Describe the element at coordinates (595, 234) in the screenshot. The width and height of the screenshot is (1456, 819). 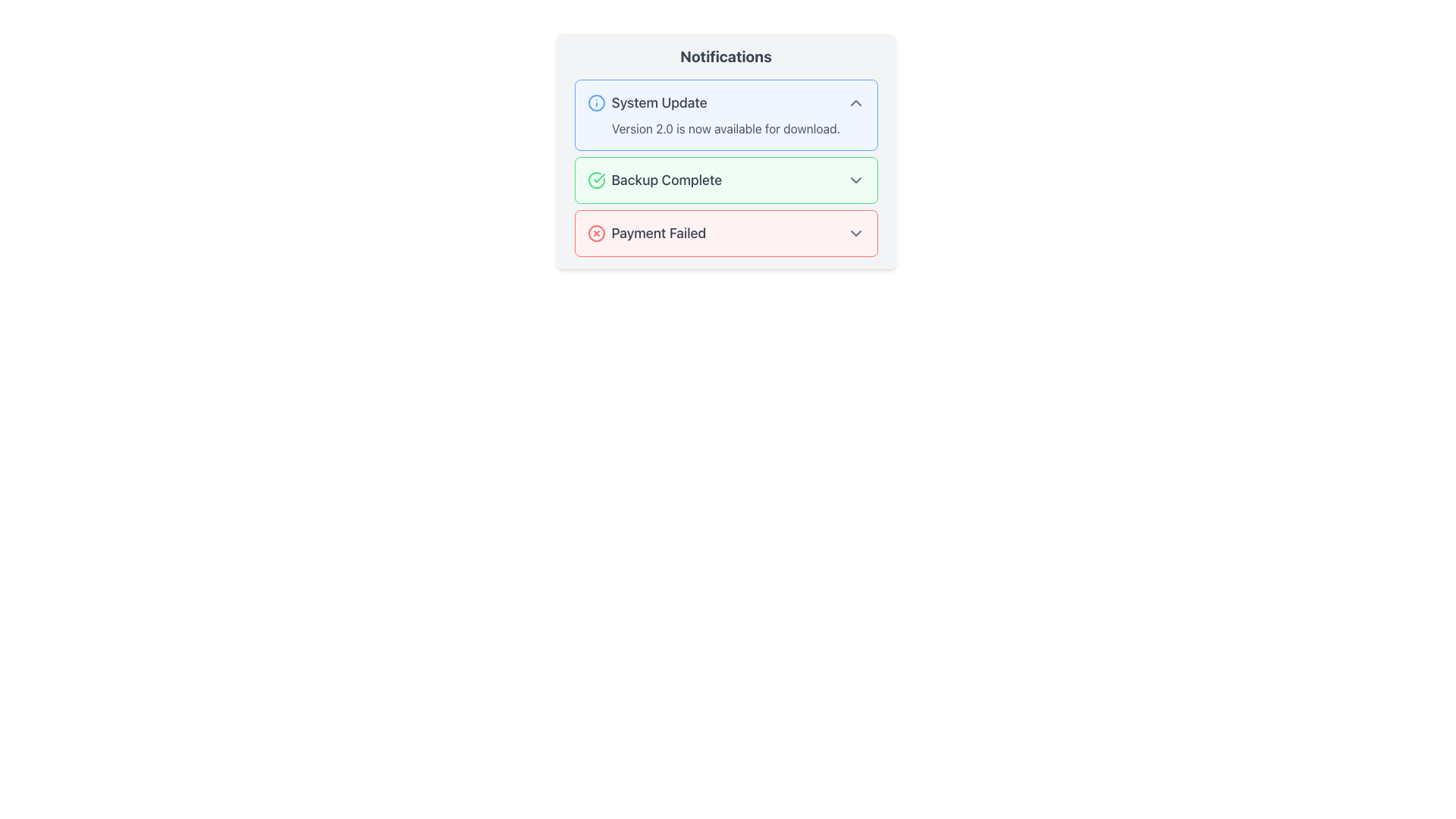
I see `the circular icon with a red border and white fill, located to the left of the 'Payment Failed' text within the notification card` at that location.